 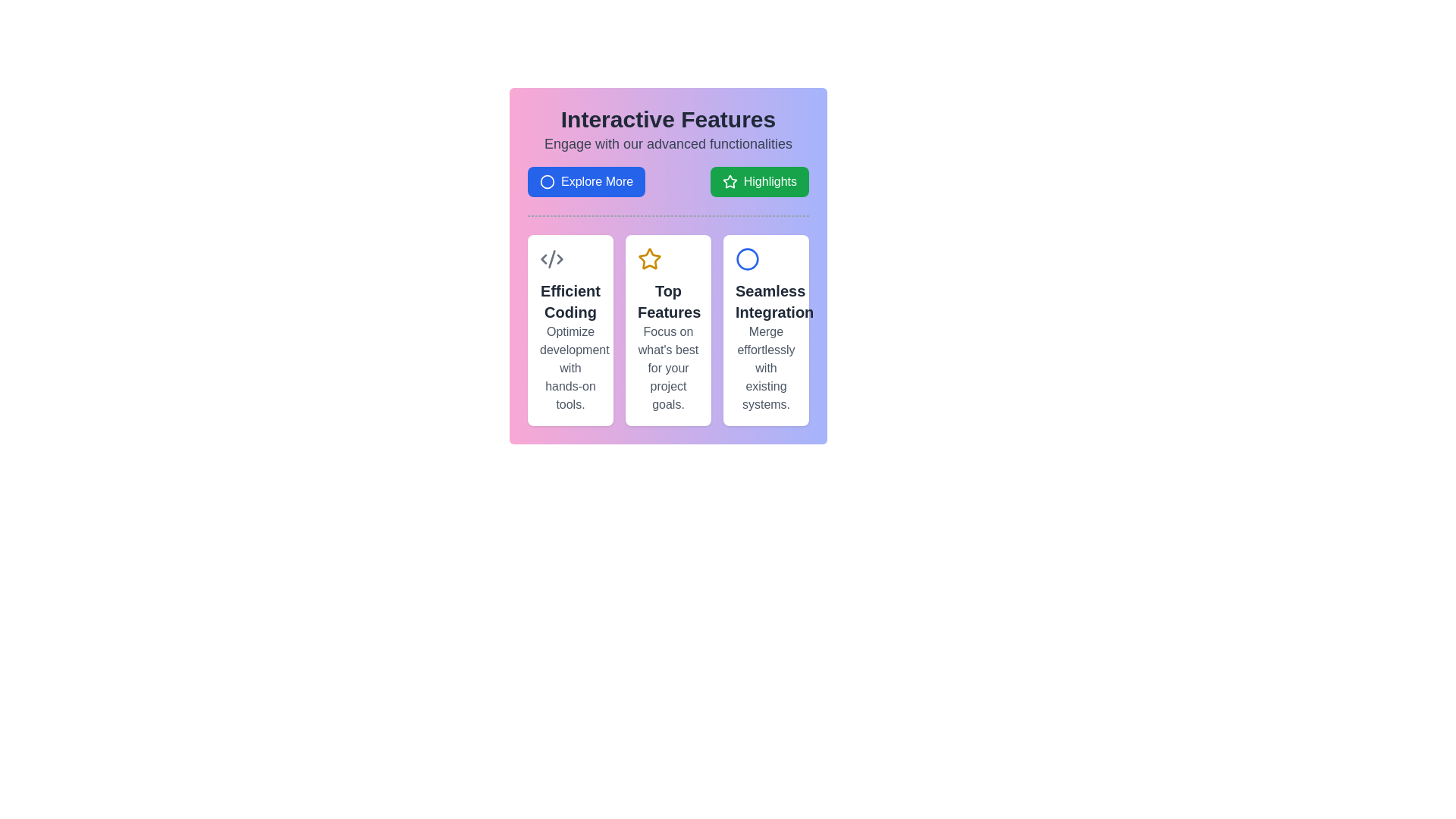 I want to click on the decorative icon within the 'Highlights' button, the second button in the horizontal group under 'Interactive Features', so click(x=730, y=180).